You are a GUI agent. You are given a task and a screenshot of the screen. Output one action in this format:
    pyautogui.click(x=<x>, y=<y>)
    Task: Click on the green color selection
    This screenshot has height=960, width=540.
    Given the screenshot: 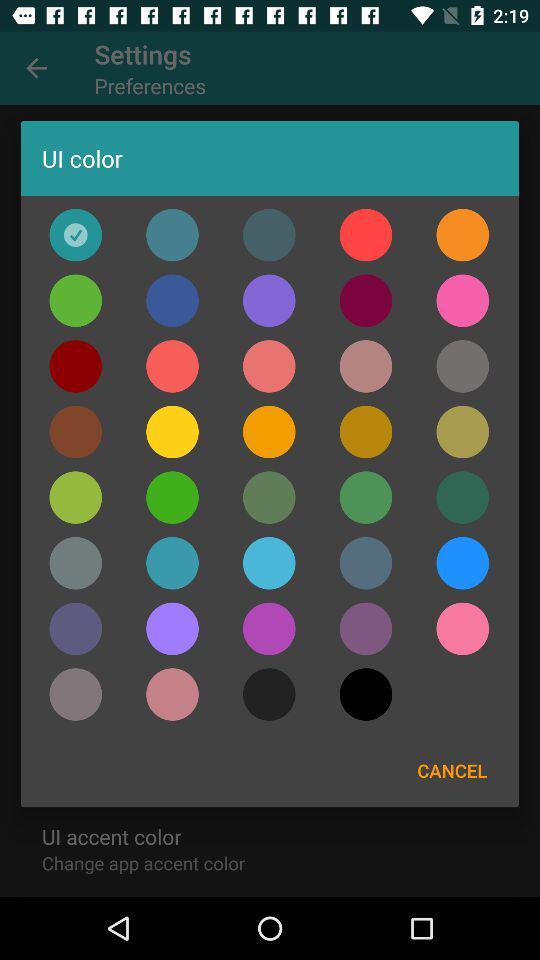 What is the action you would take?
    pyautogui.click(x=462, y=496)
    